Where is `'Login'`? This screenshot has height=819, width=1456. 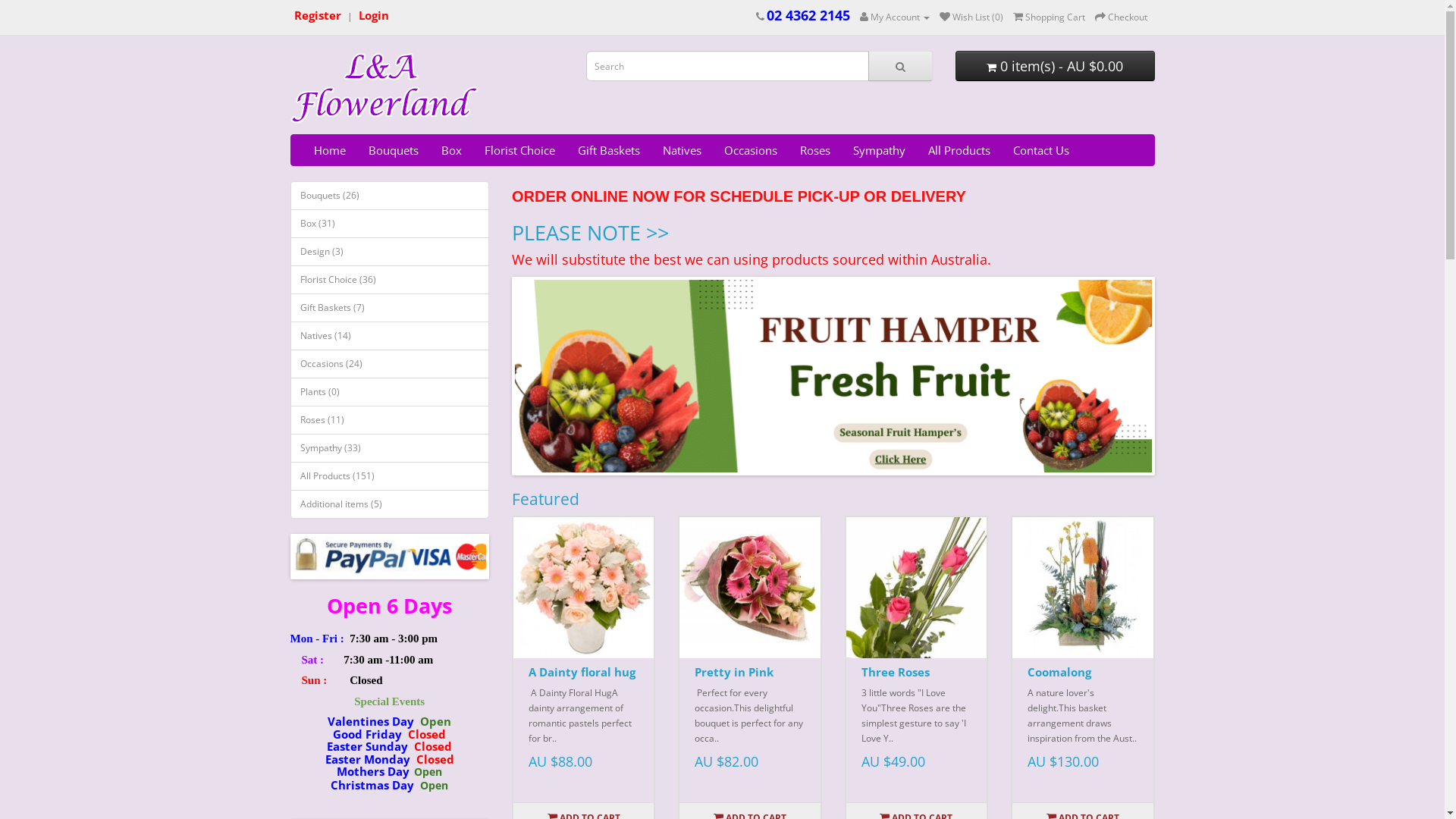 'Login' is located at coordinates (356, 16).